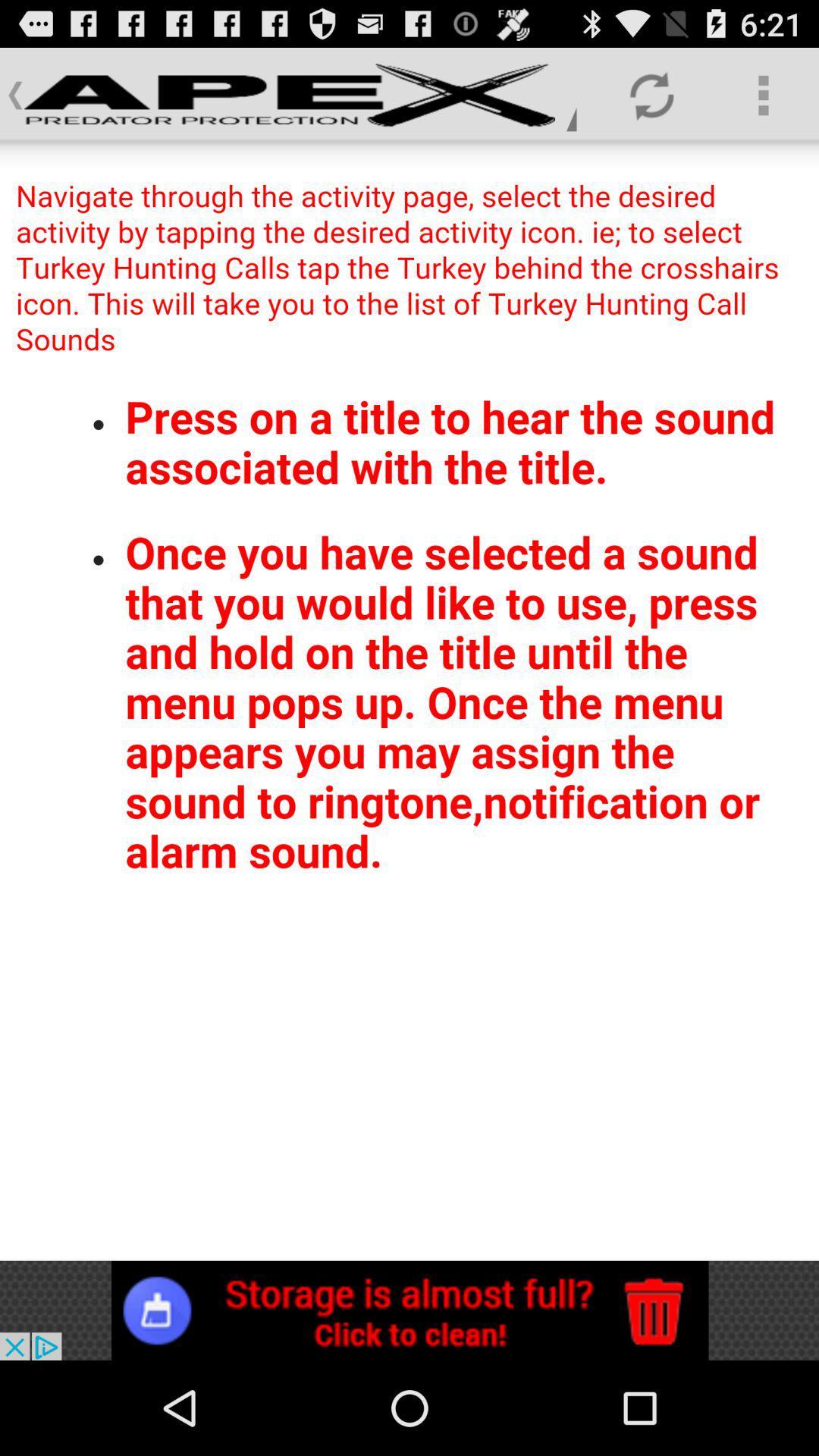 The image size is (819, 1456). Describe the element at coordinates (409, 701) in the screenshot. I see `description` at that location.